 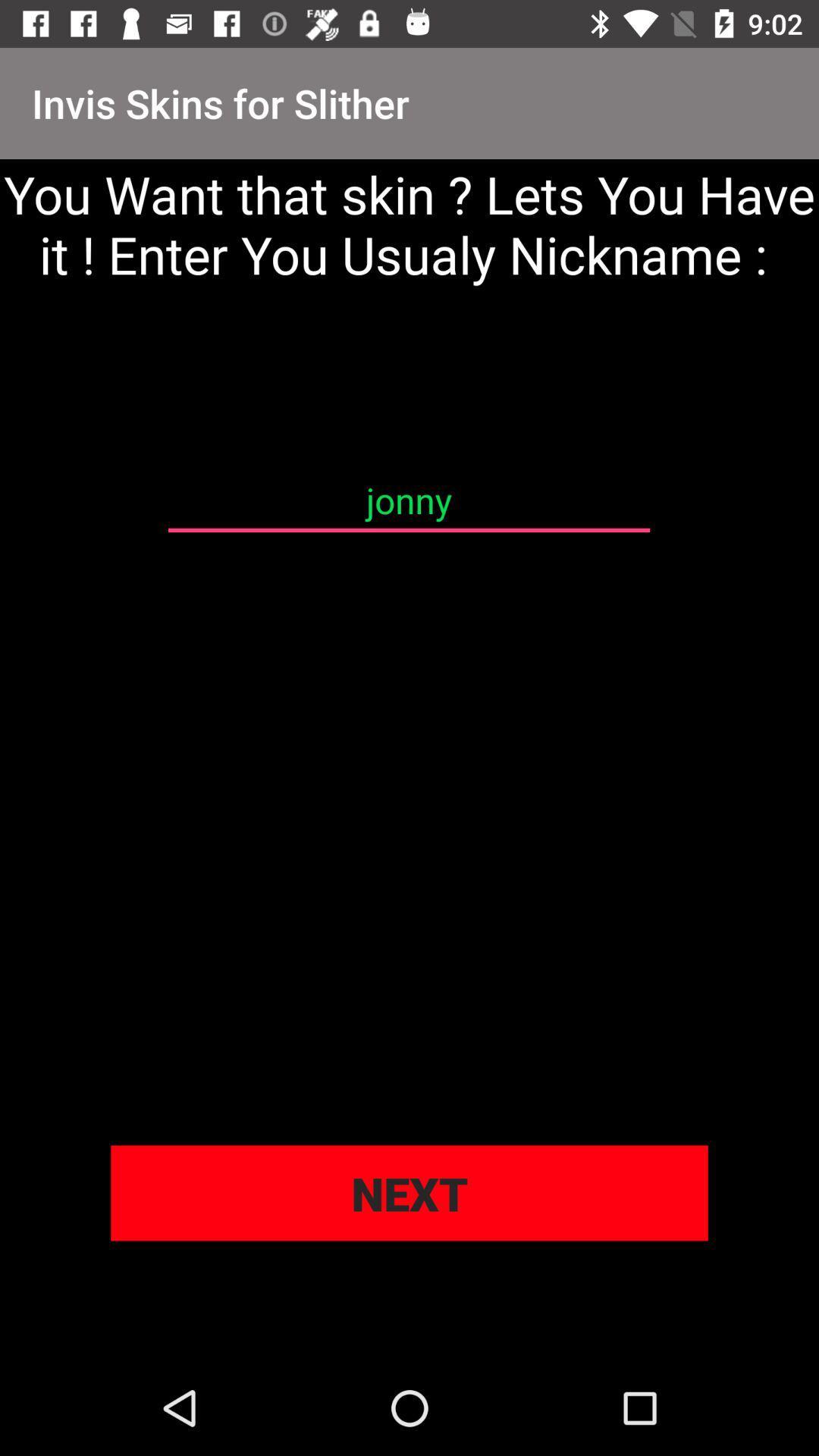 I want to click on the jonny item, so click(x=408, y=500).